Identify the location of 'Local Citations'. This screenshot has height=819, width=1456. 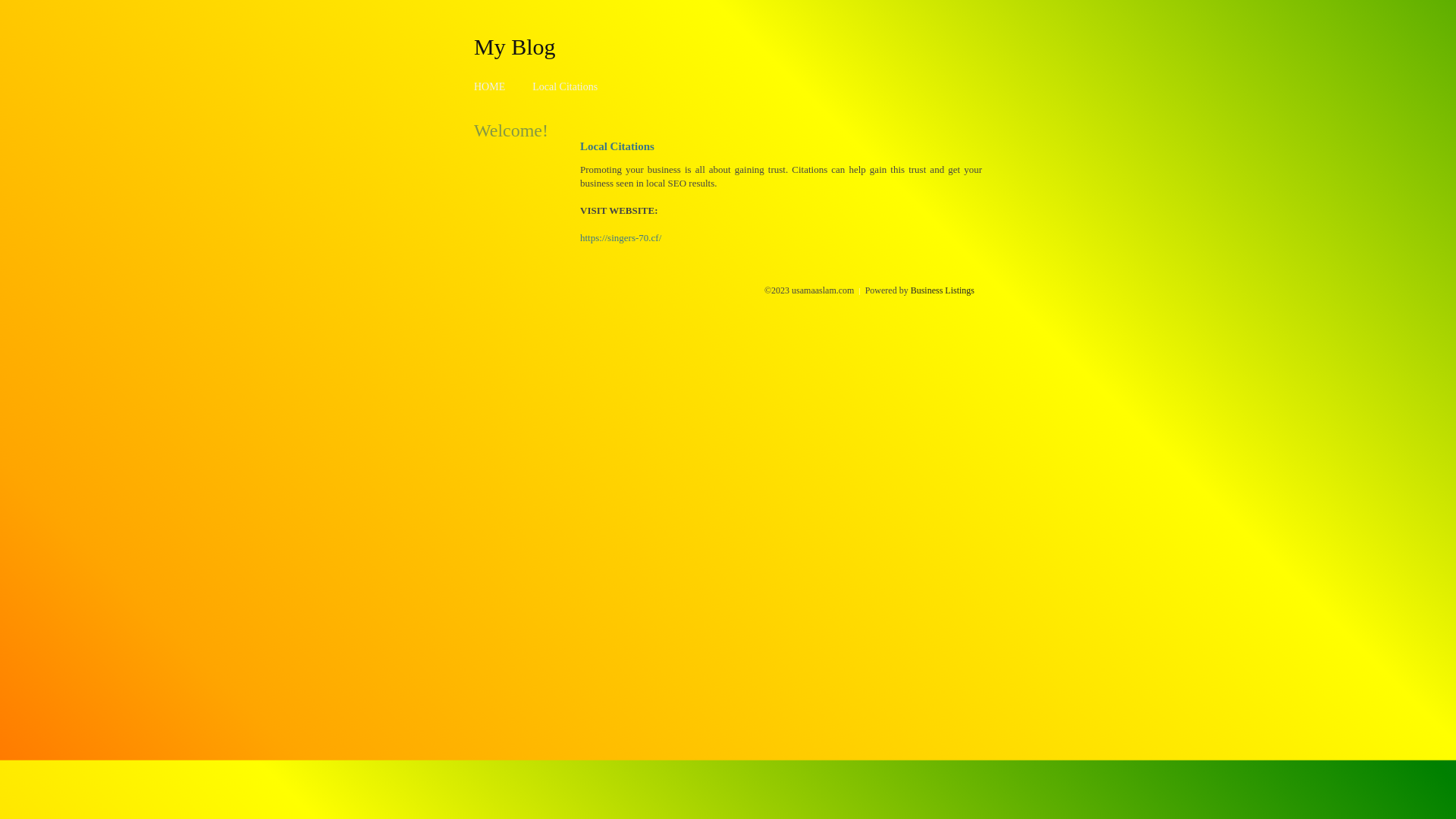
(563, 86).